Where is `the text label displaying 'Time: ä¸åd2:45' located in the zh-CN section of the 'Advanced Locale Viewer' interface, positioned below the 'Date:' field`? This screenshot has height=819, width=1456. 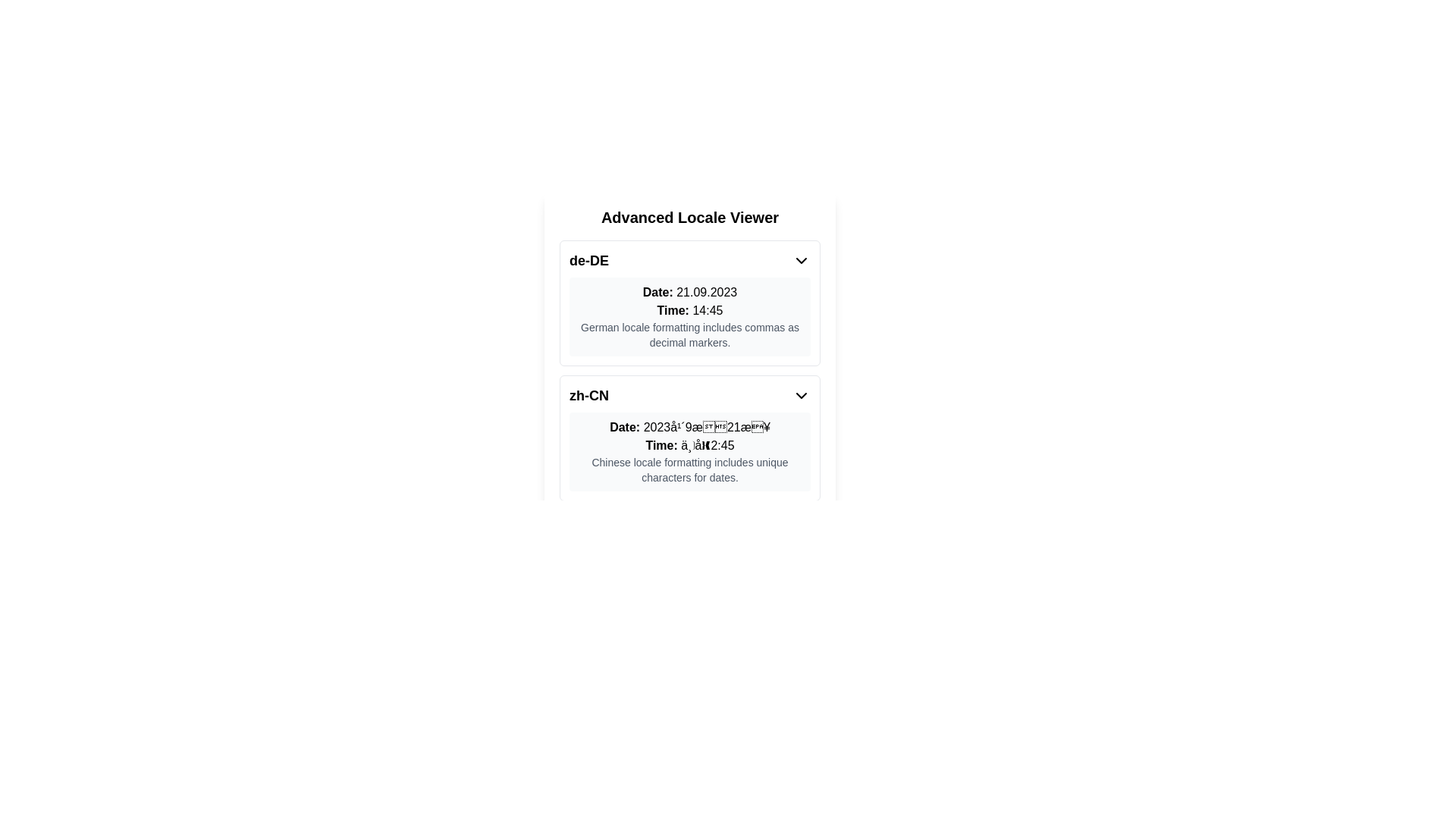 the text label displaying 'Time: ä¸åd2:45' located in the zh-CN section of the 'Advanced Locale Viewer' interface, positioned below the 'Date:' field is located at coordinates (689, 444).